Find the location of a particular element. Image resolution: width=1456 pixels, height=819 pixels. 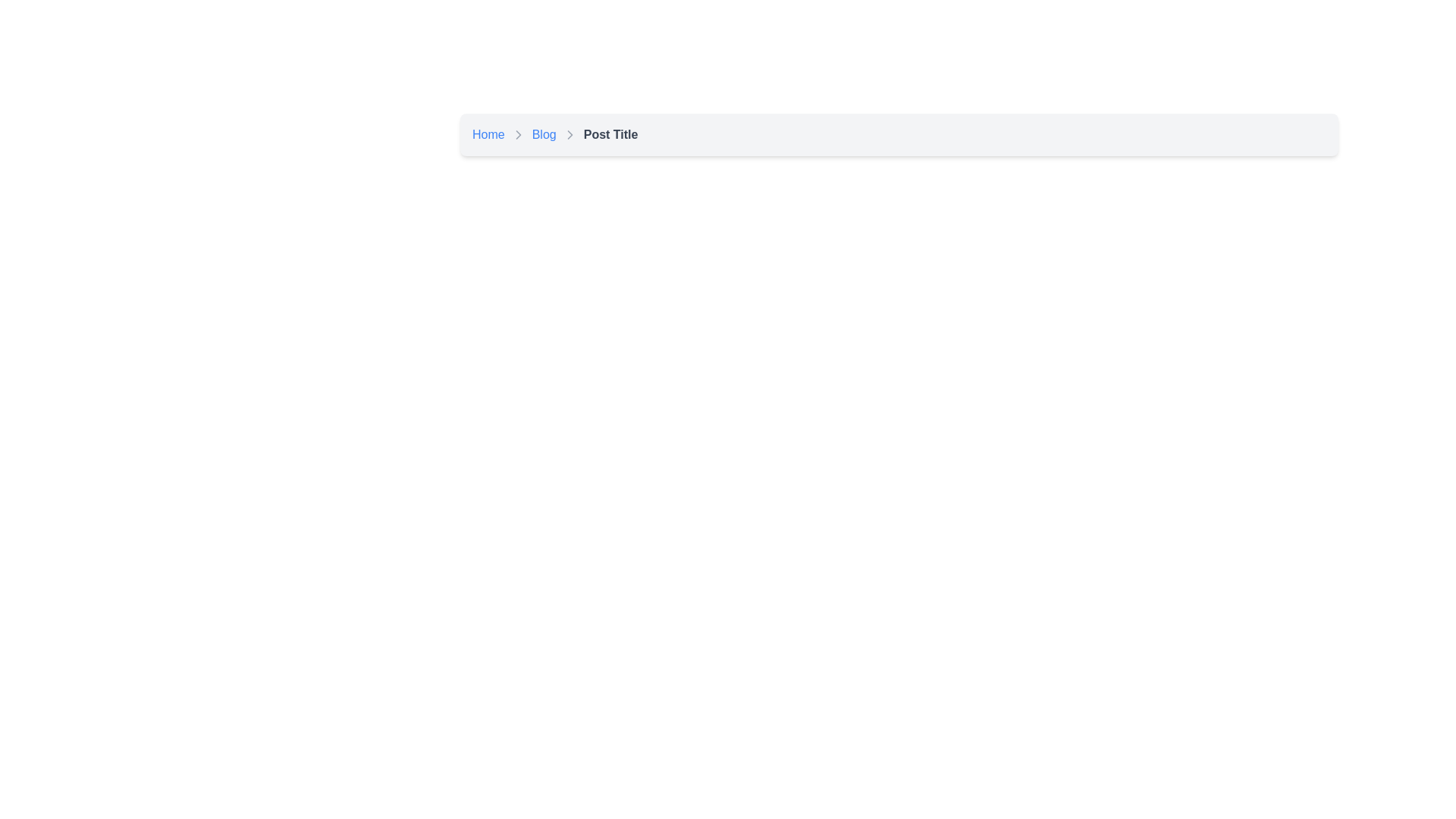

the 'Blog' hyperlink in the breadcrumb navigation bar is located at coordinates (544, 133).